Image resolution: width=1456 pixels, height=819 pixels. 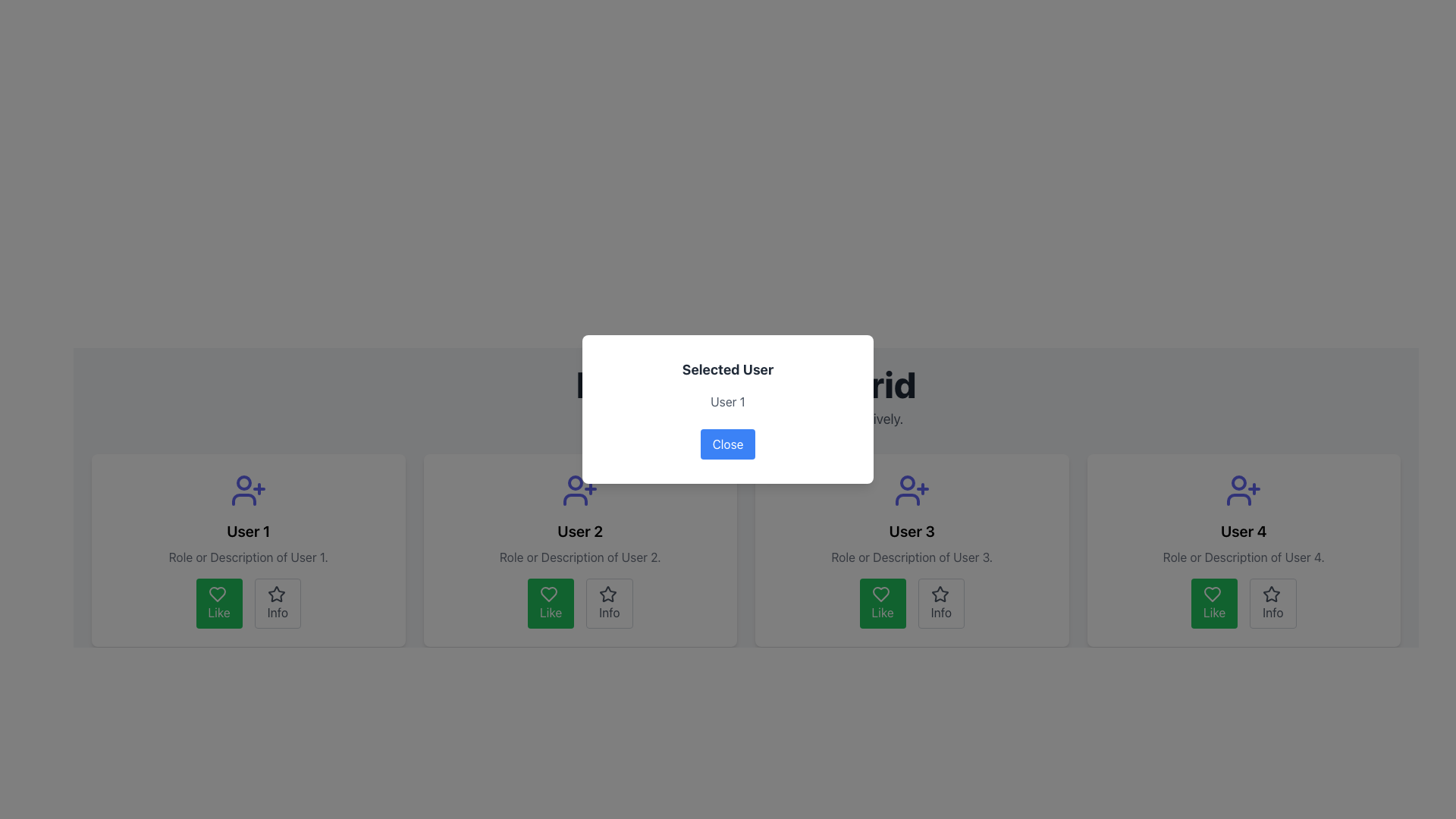 I want to click on the hollow star icon button located at the bottom-right corner of 'User 2's card, so click(x=608, y=593).